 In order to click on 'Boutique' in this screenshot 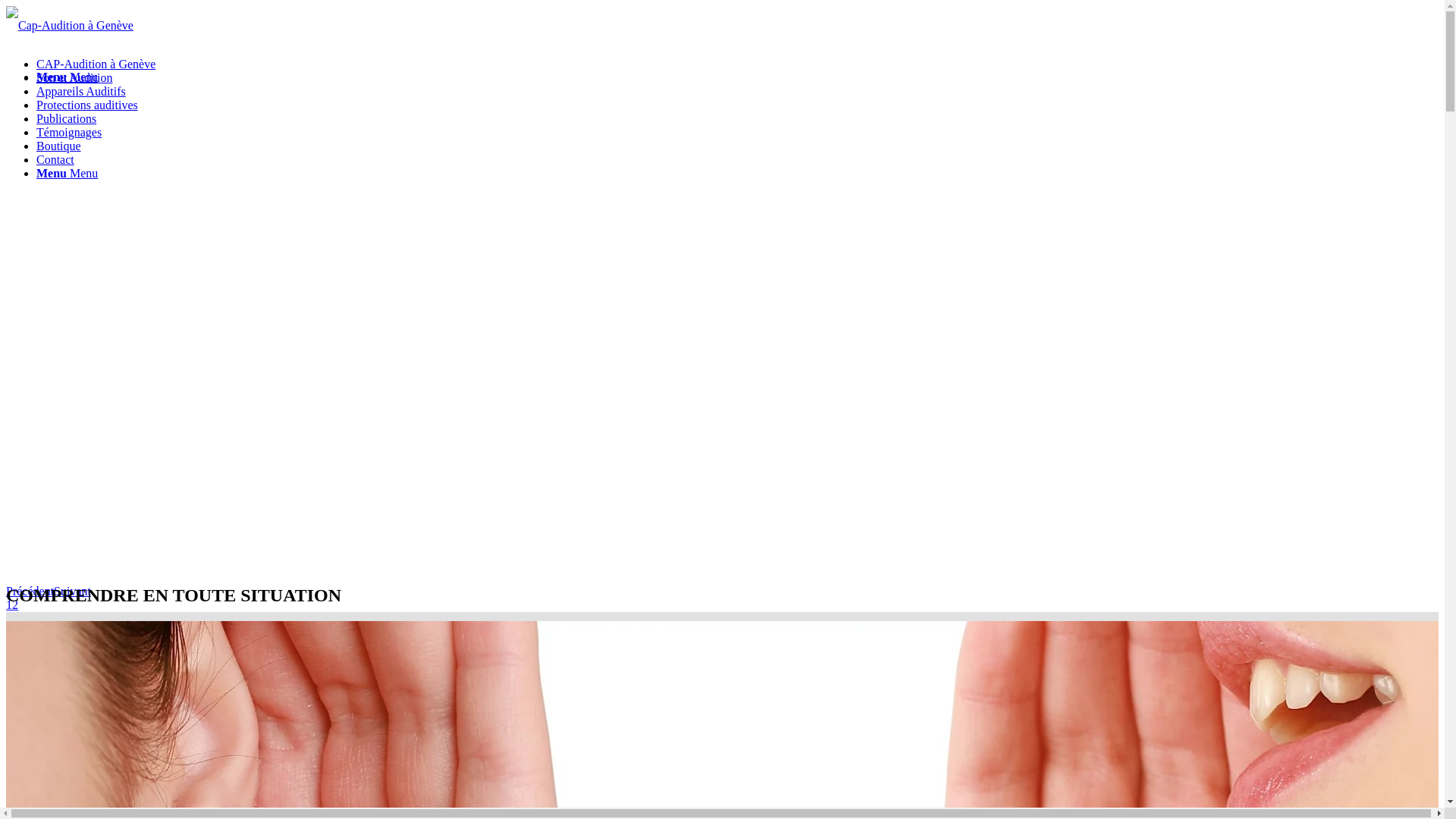, I will do `click(58, 146)`.